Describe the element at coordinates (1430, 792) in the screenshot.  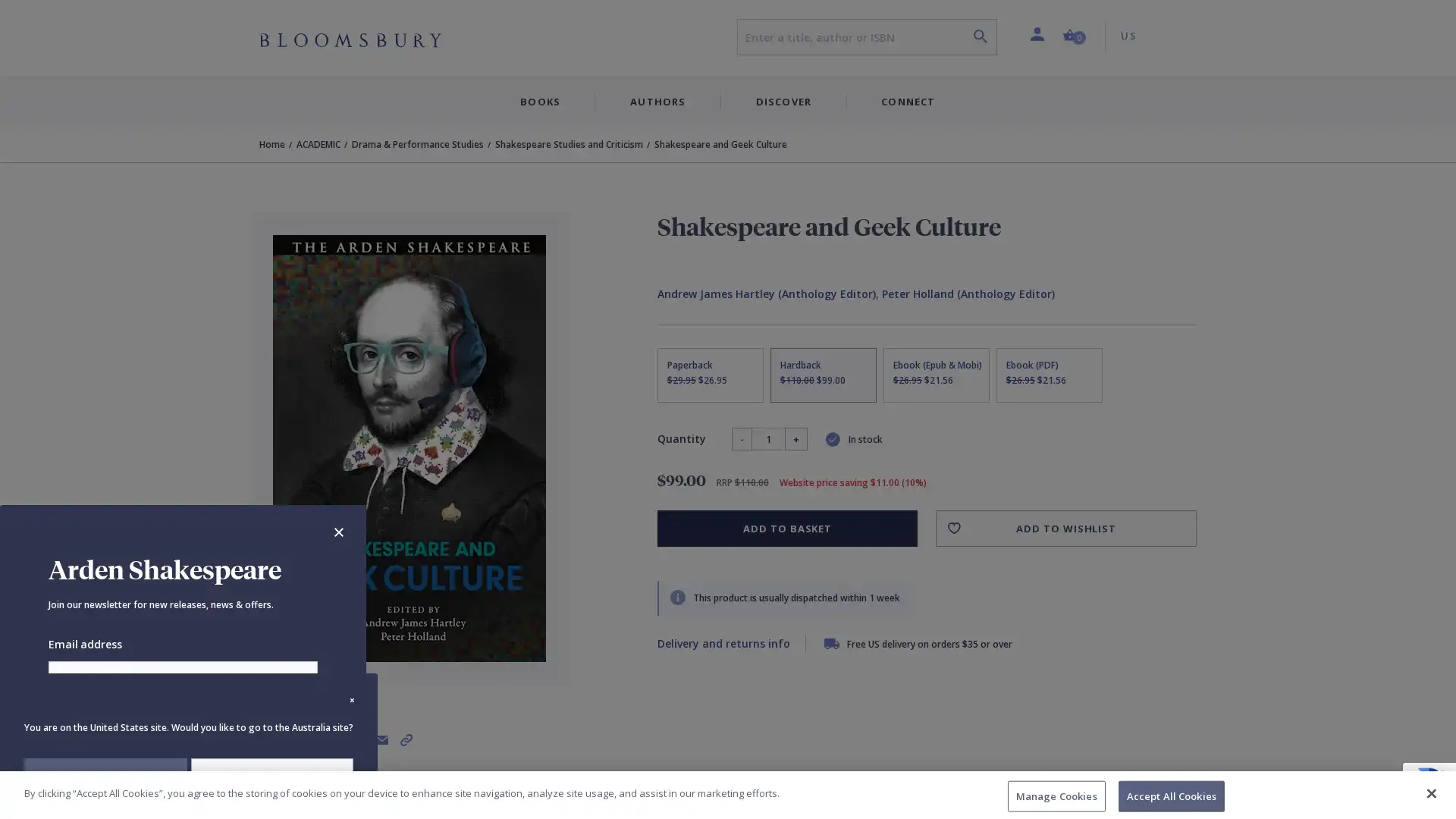
I see `Close` at that location.